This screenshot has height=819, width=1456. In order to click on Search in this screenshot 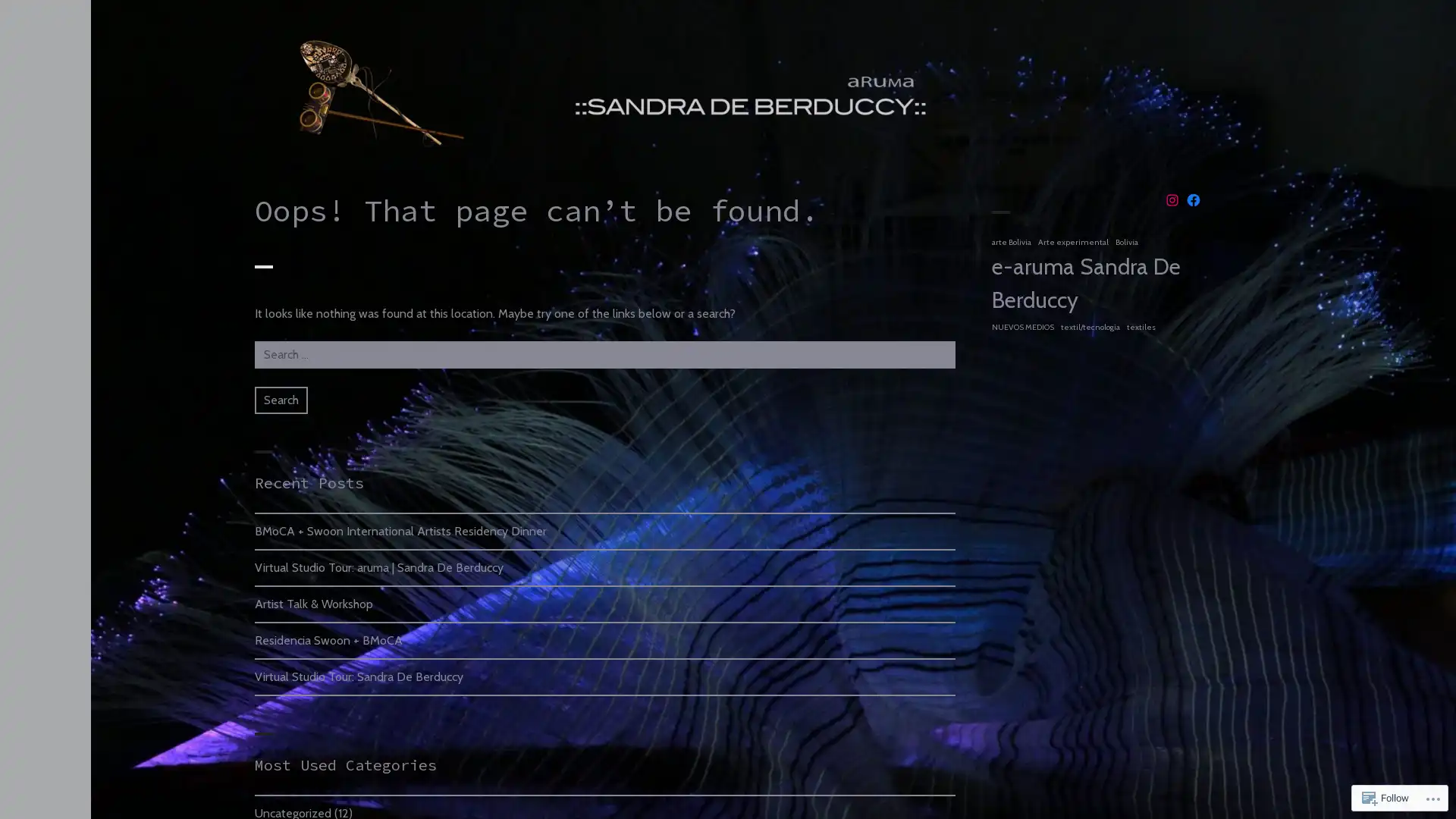, I will do `click(281, 400)`.